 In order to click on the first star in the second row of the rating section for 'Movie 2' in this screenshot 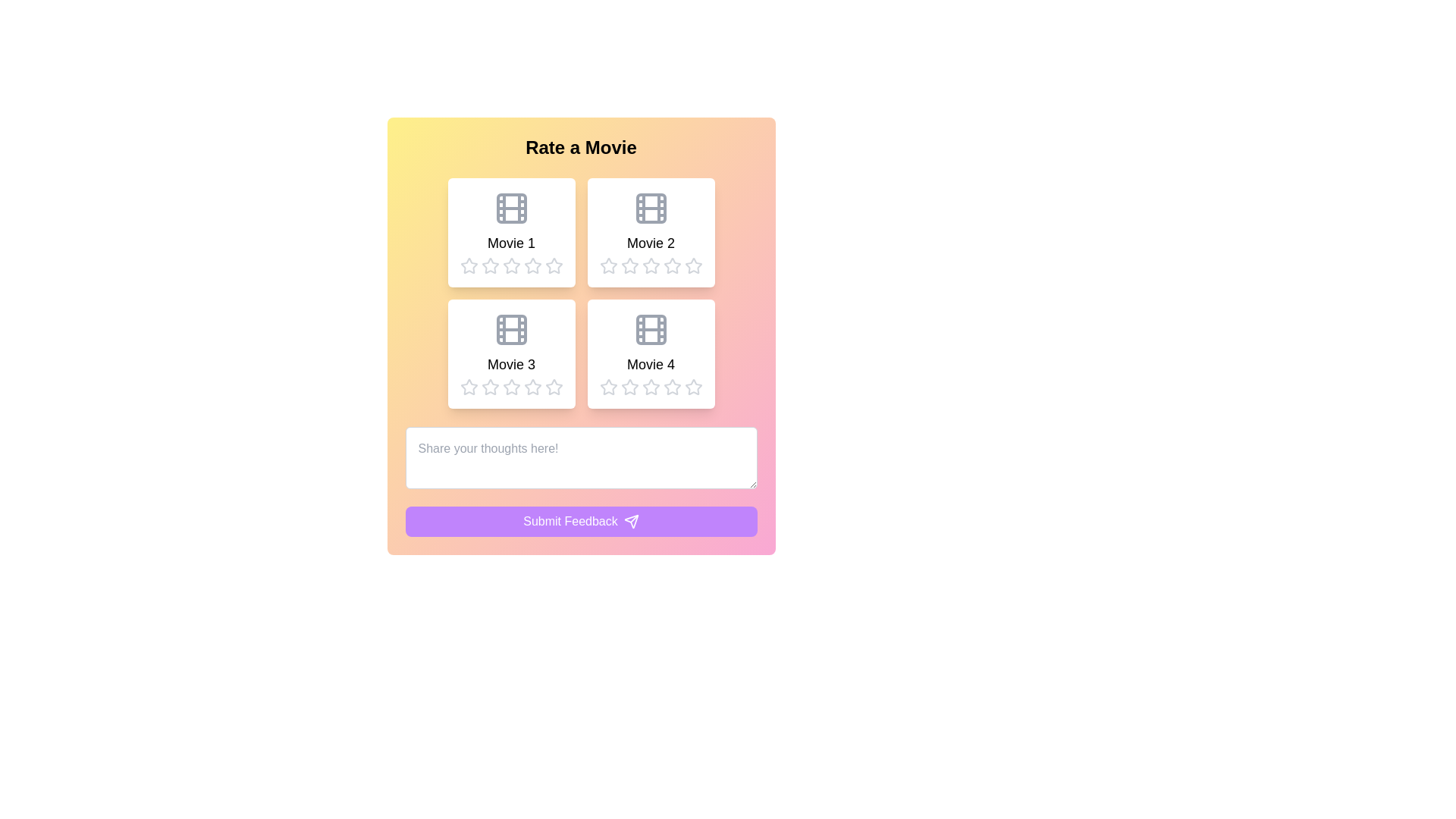, I will do `click(608, 265)`.